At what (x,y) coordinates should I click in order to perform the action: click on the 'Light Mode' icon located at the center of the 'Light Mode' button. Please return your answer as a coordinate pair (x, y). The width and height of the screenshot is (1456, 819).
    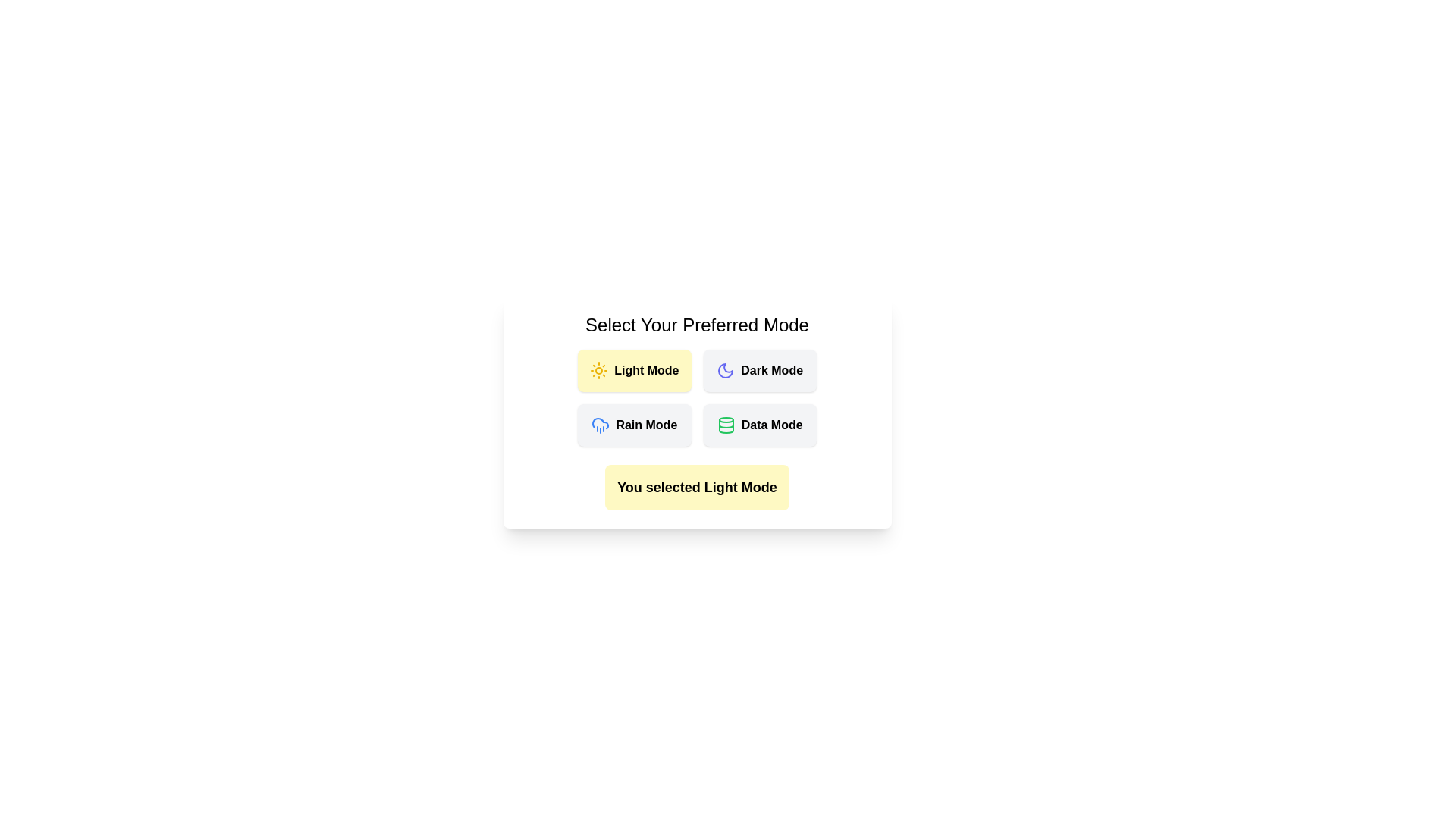
    Looking at the image, I should click on (598, 371).